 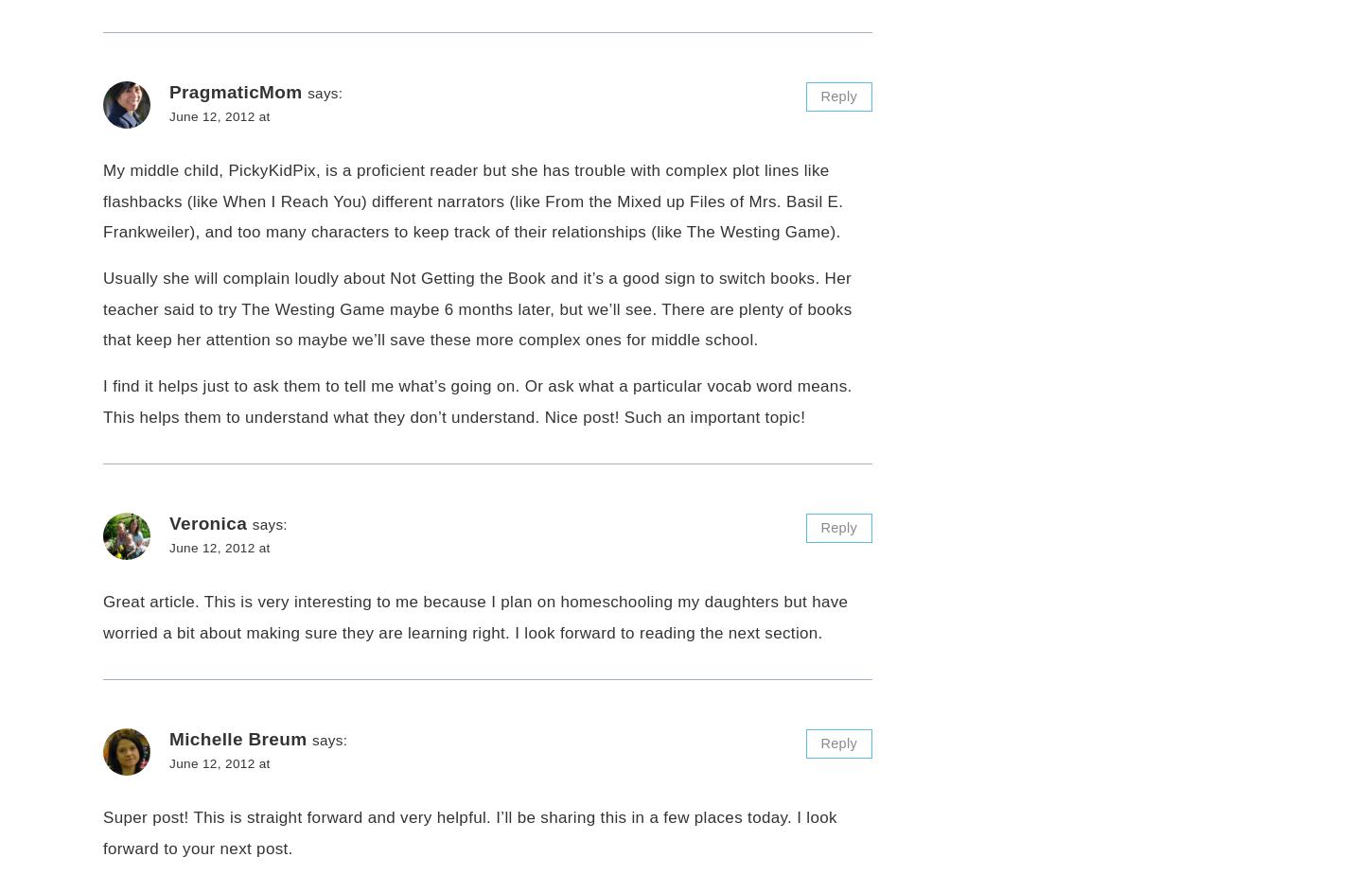 What do you see at coordinates (103, 308) in the screenshot?
I see `'Usually she will complain loudly about Not Getting the  Book and it’s a good sign to switch books. Her teacher said to try The Westing Game maybe 6 months later, but we’ll see. There are plenty of books that keep her attention so maybe we’ll save these more complex ones for middle school.'` at bounding box center [103, 308].